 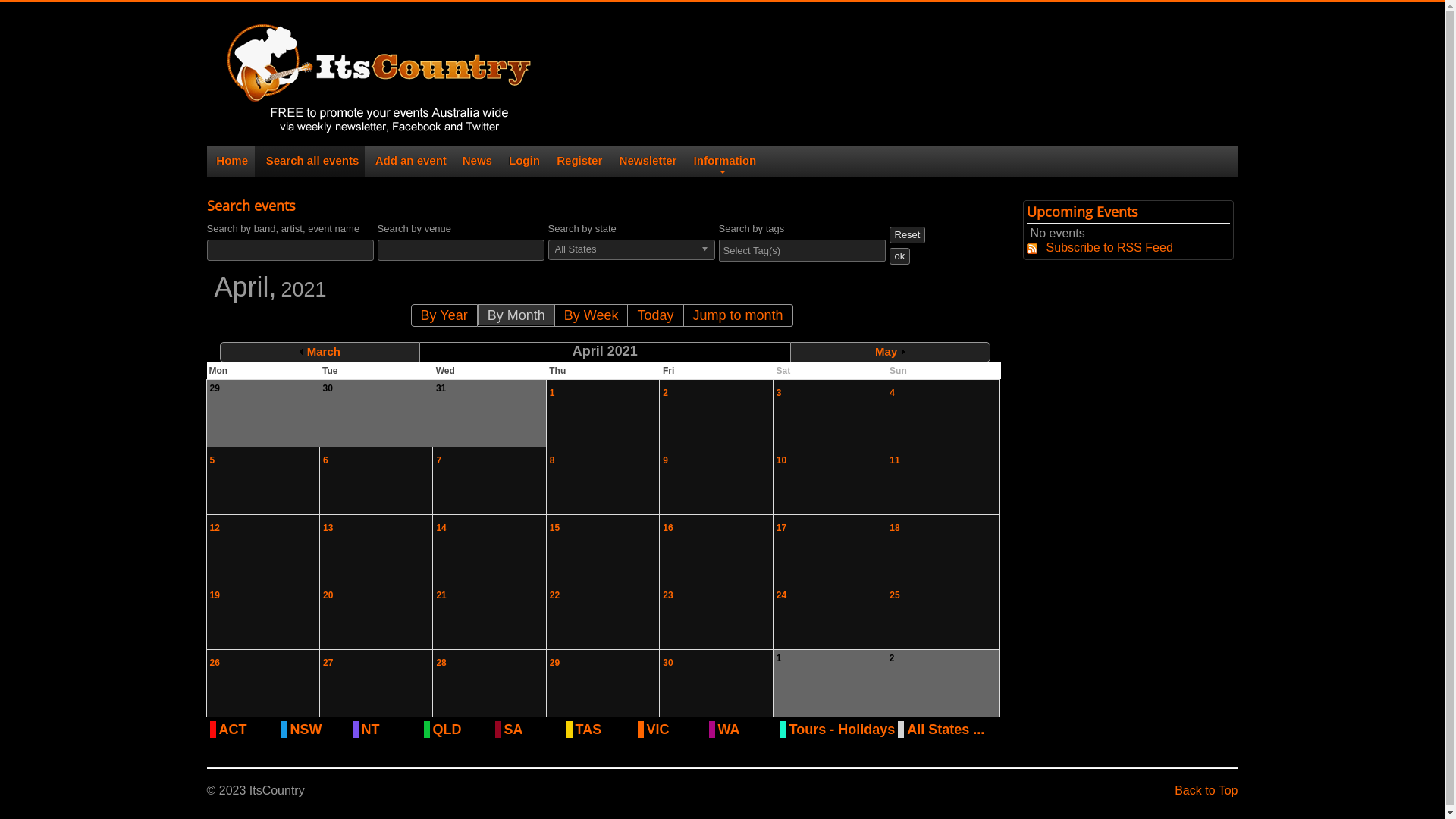 I want to click on 'News', so click(x=460, y=161).